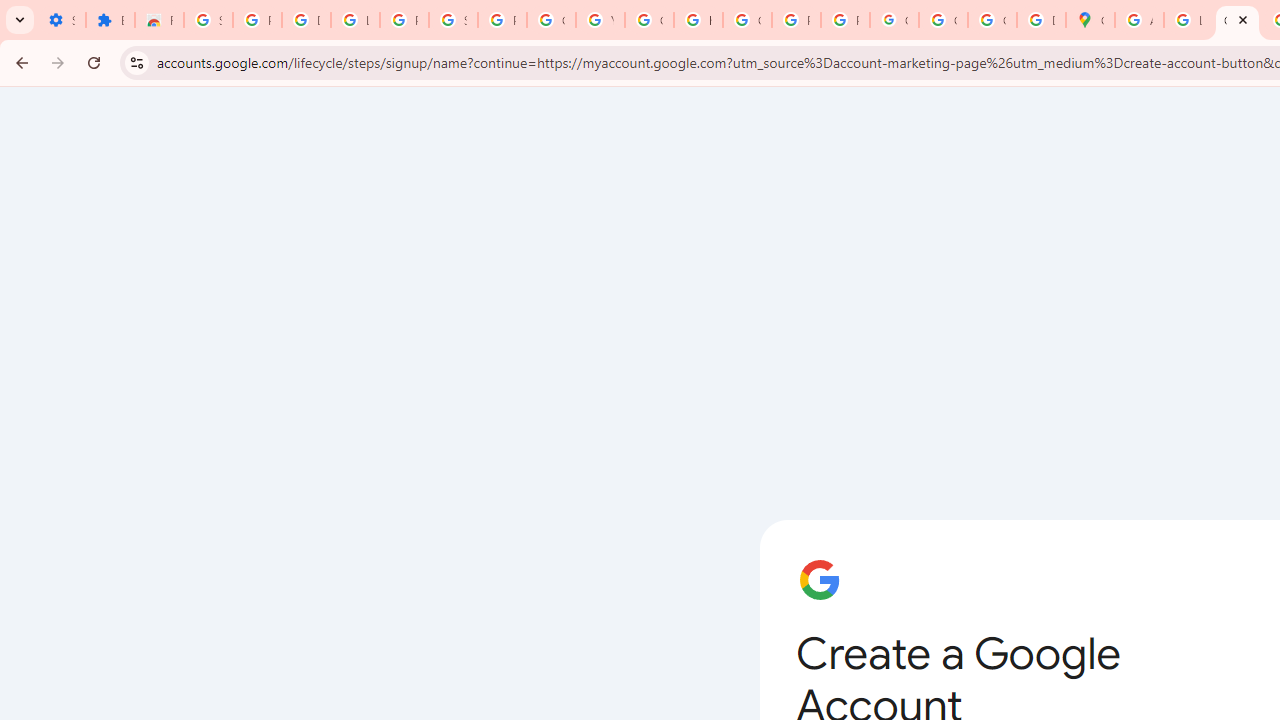 This screenshot has width=1280, height=720. I want to click on 'Reviews: Helix Fruit Jump Arcade Game', so click(158, 20).